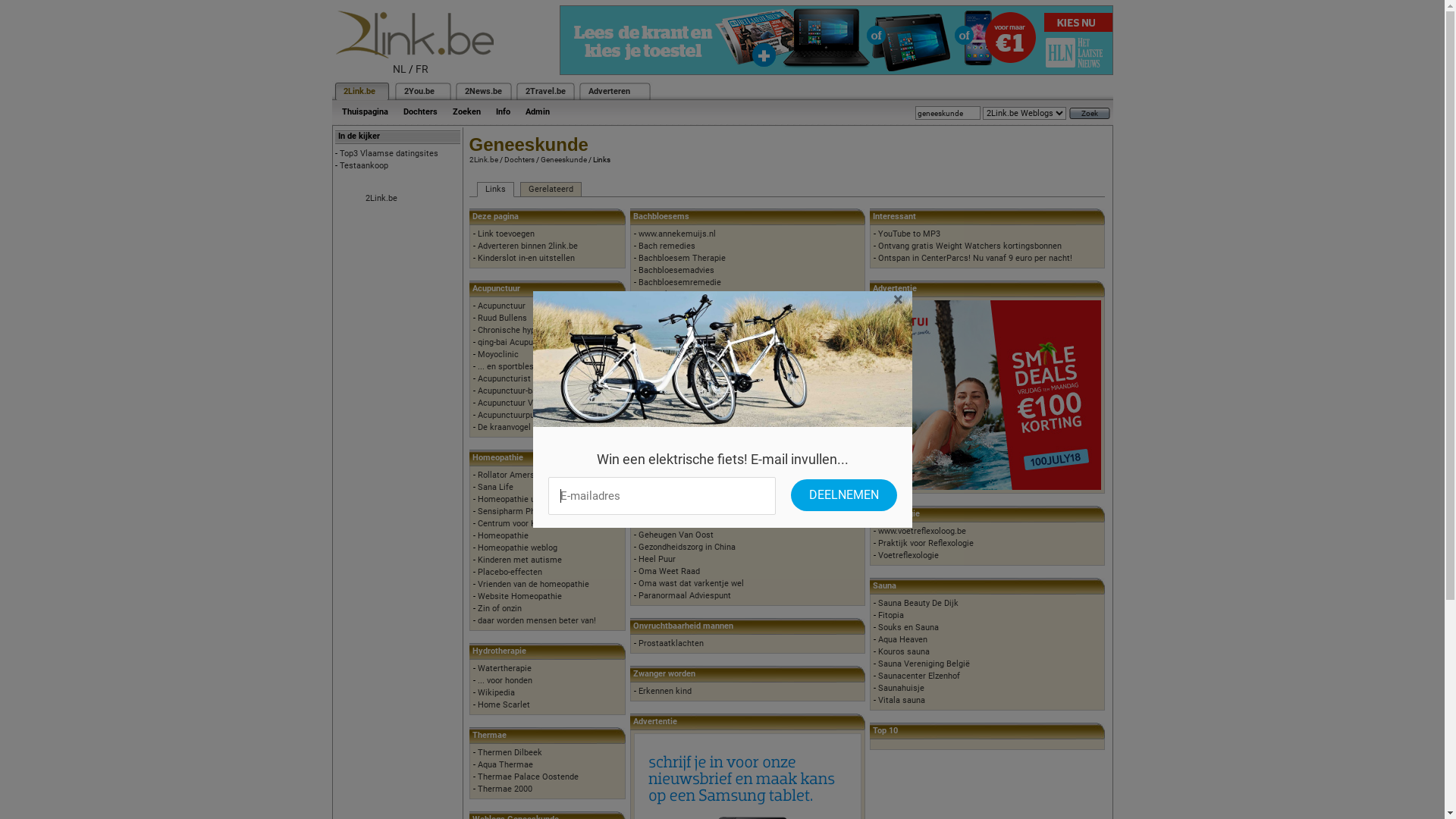 The height and width of the screenshot is (819, 1456). Describe the element at coordinates (690, 582) in the screenshot. I see `'Oma wast dat varkentje wel'` at that location.